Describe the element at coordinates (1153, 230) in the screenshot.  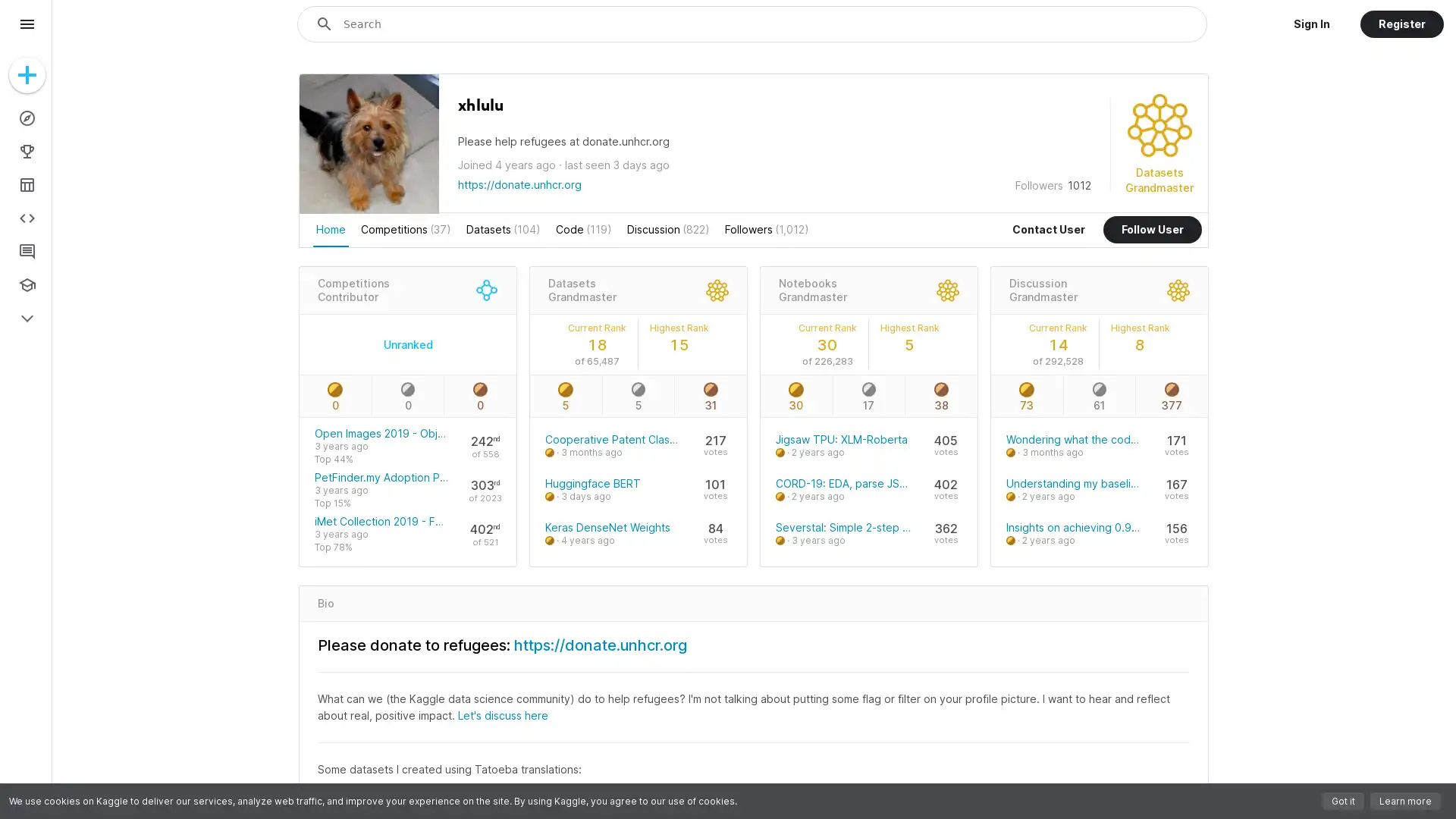
I see `Follow User` at that location.